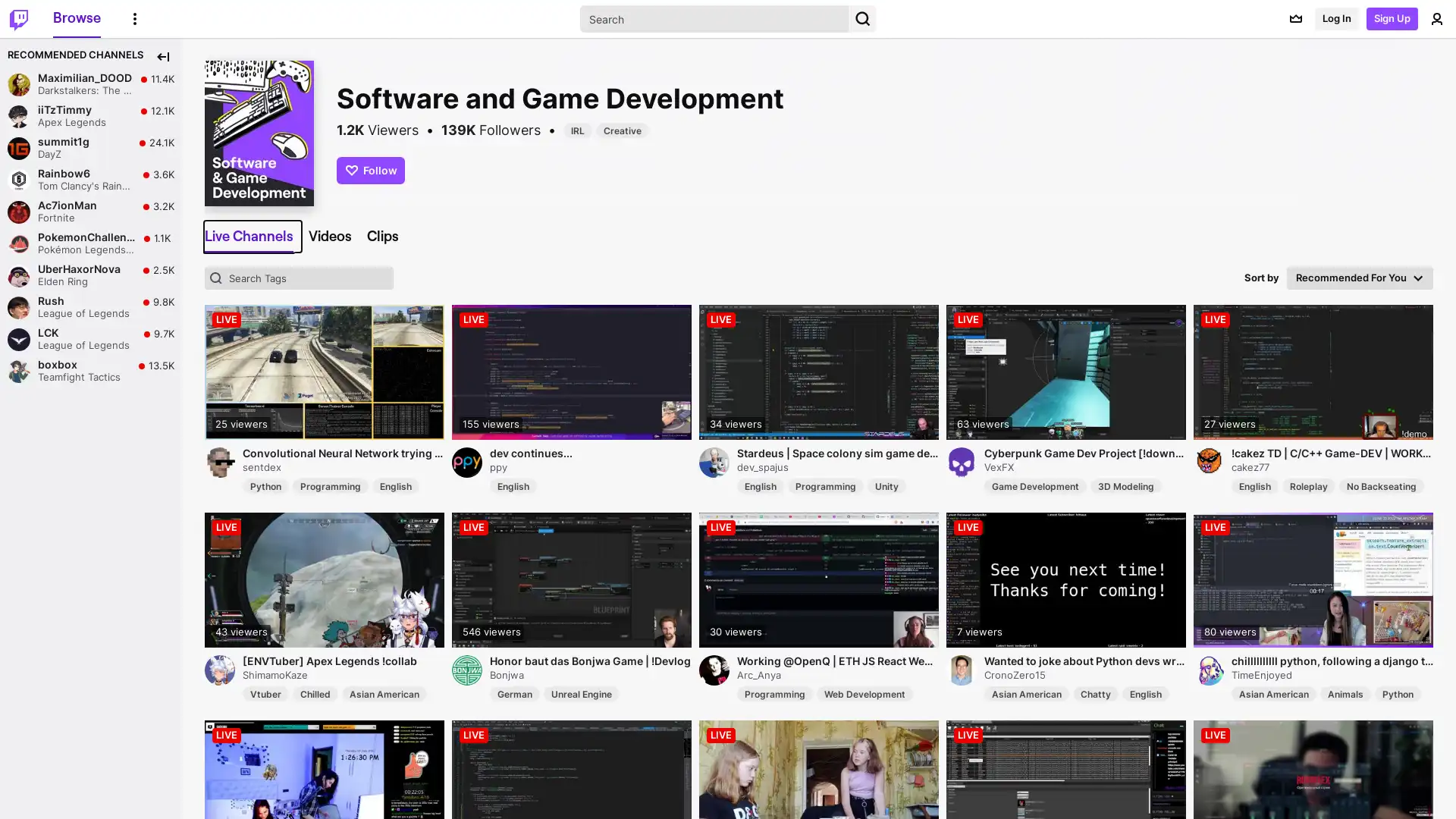 The height and width of the screenshot is (819, 1456). What do you see at coordinates (775, 693) in the screenshot?
I see `Programming` at bounding box center [775, 693].